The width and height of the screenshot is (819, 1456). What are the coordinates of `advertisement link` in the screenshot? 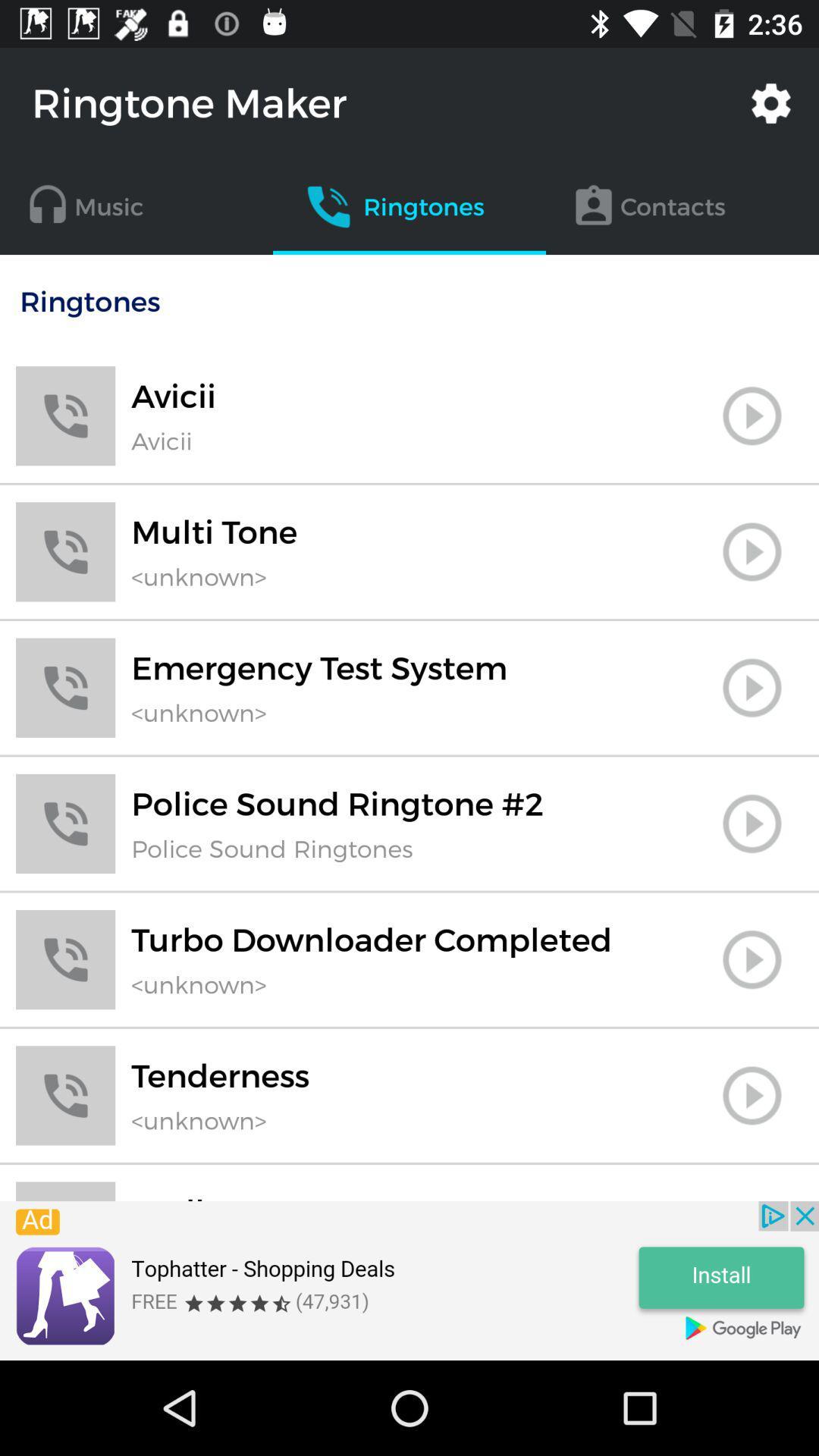 It's located at (409, 1280).